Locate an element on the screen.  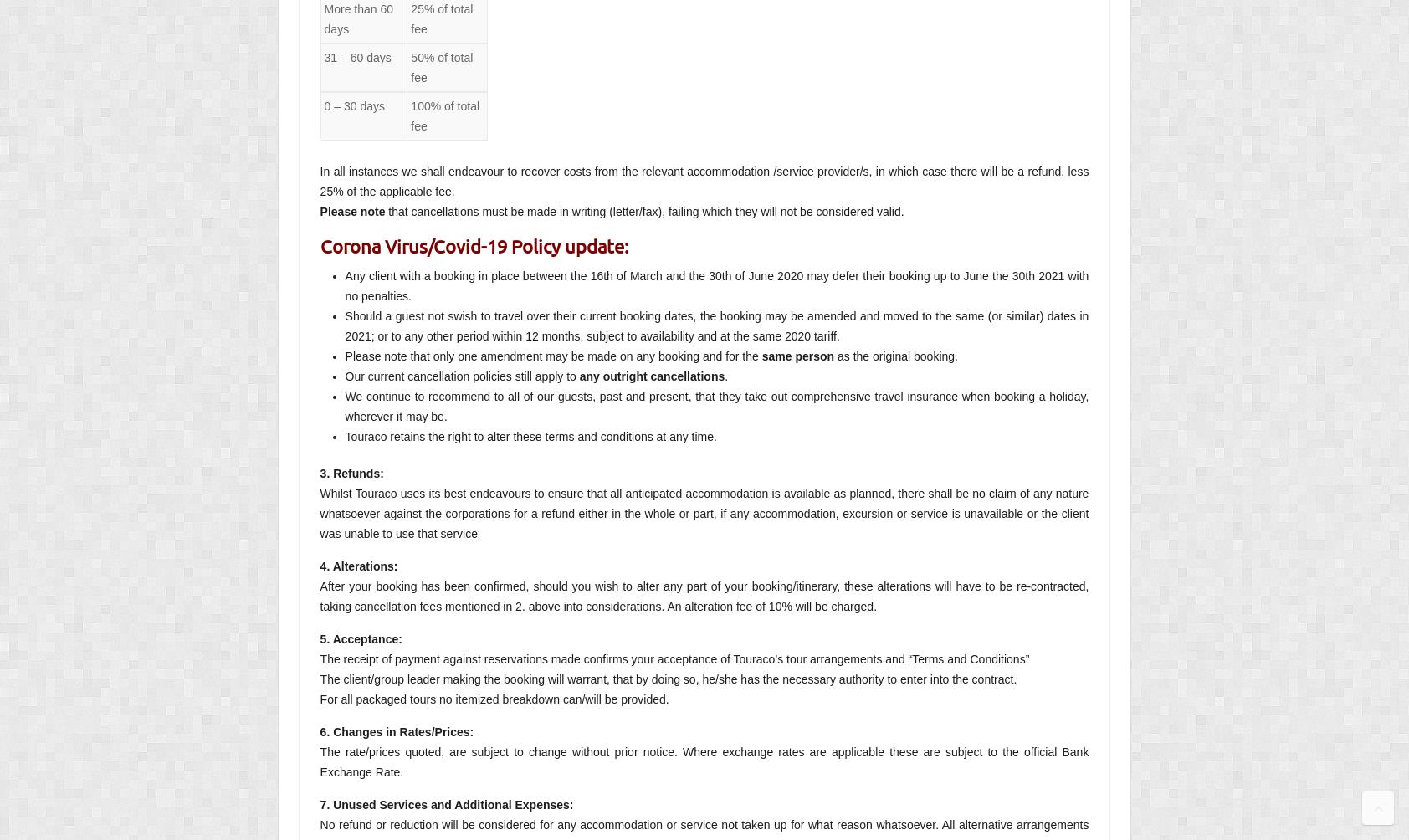
'any outright cancellations' is located at coordinates (652, 375).